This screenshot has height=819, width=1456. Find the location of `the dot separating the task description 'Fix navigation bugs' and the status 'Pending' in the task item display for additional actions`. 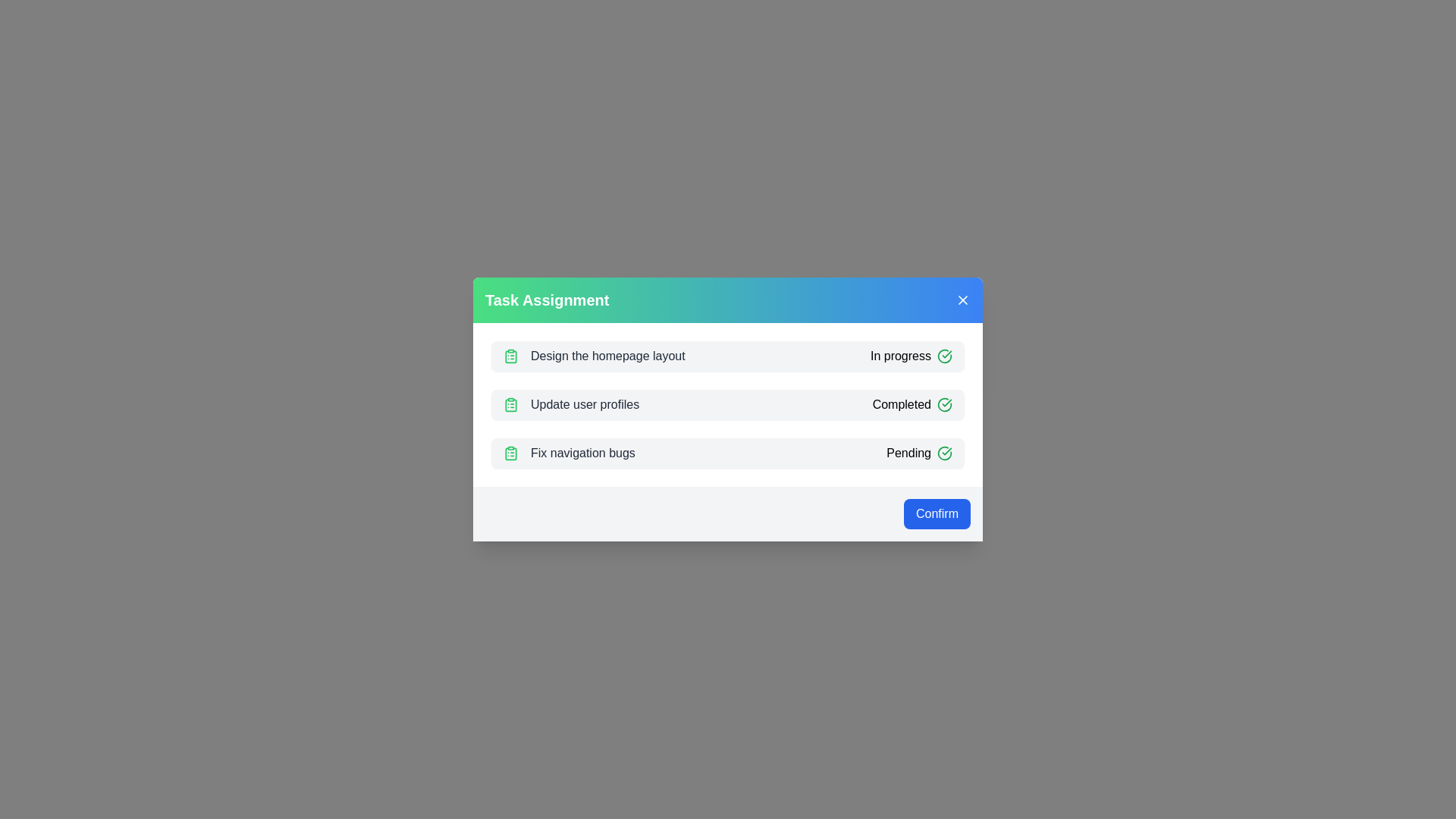

the dot separating the task description 'Fix navigation bugs' and the status 'Pending' in the task item display for additional actions is located at coordinates (728, 452).